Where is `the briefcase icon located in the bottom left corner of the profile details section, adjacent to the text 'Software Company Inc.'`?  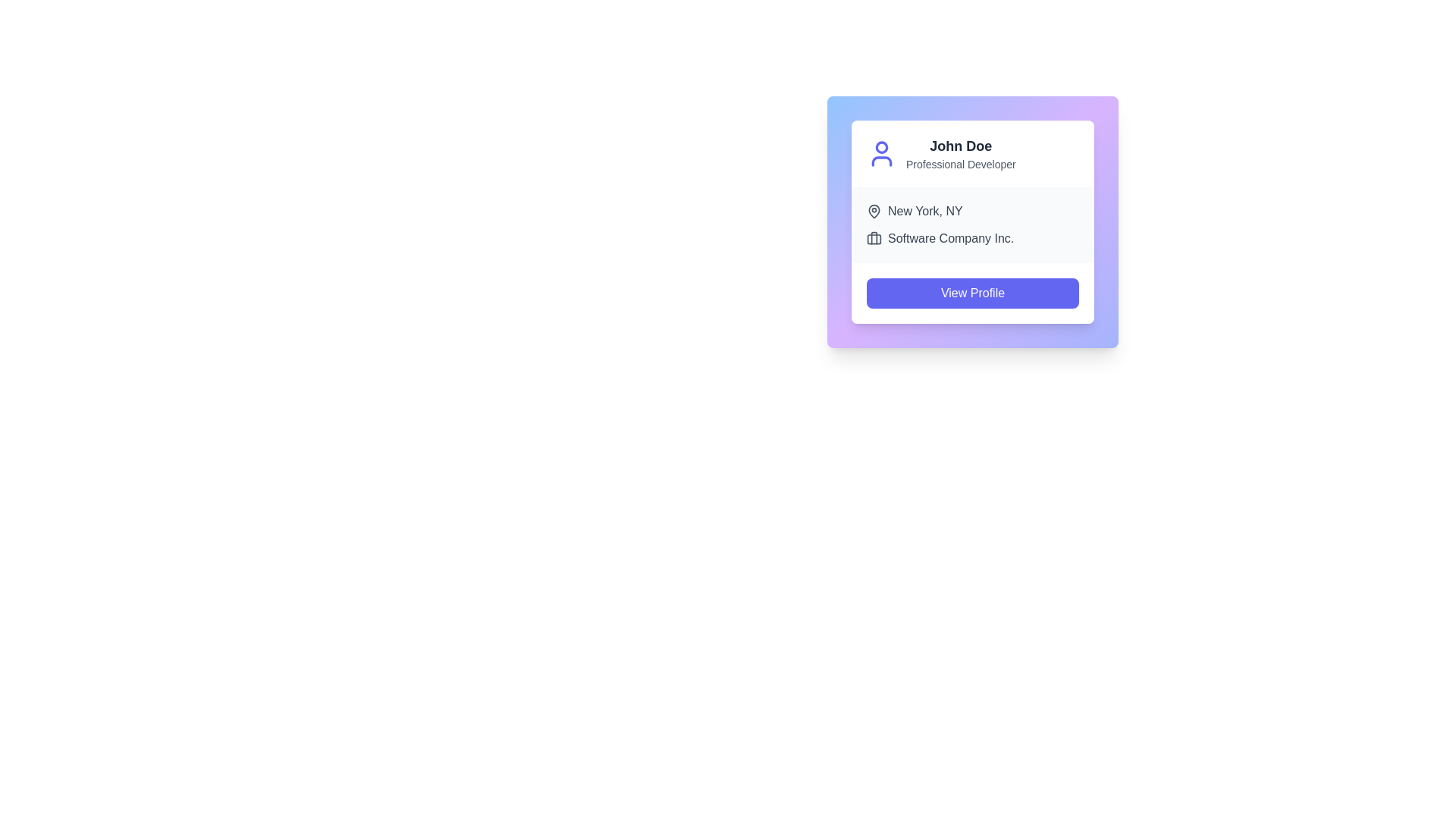 the briefcase icon located in the bottom left corner of the profile details section, adjacent to the text 'Software Company Inc.' is located at coordinates (874, 239).